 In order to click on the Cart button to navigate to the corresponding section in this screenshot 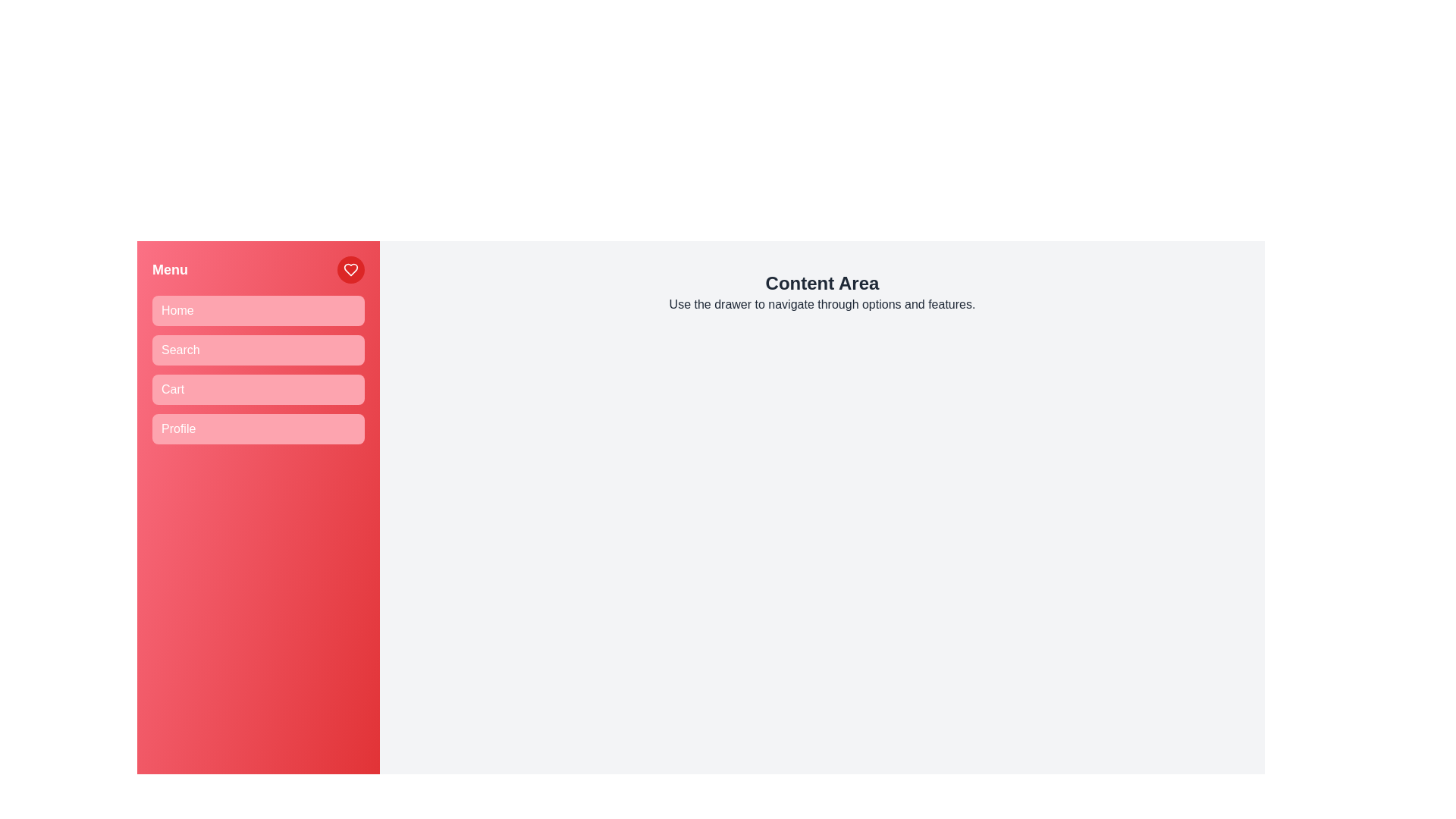, I will do `click(258, 388)`.